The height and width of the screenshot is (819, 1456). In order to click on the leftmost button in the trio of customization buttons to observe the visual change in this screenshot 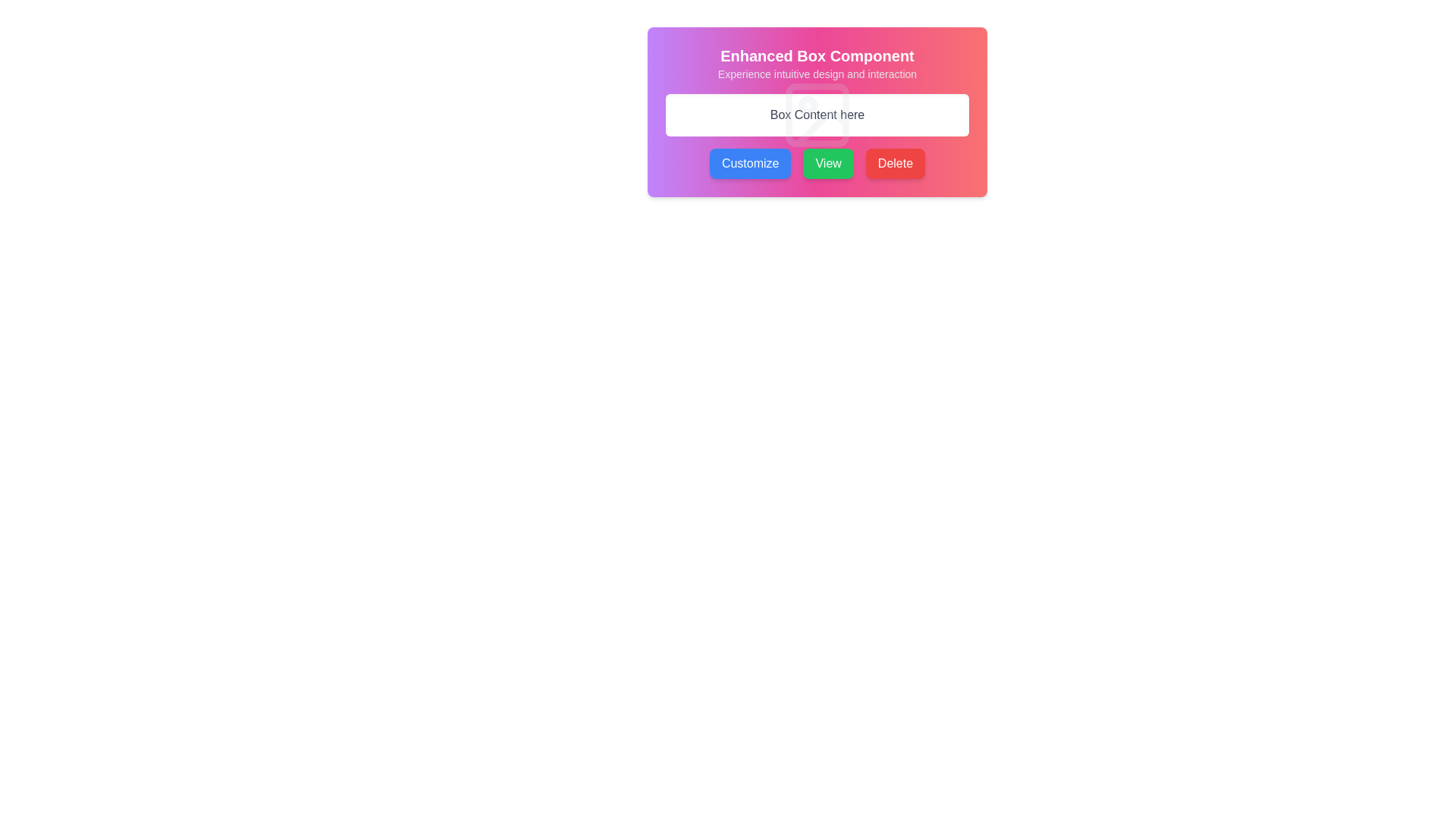, I will do `click(750, 164)`.